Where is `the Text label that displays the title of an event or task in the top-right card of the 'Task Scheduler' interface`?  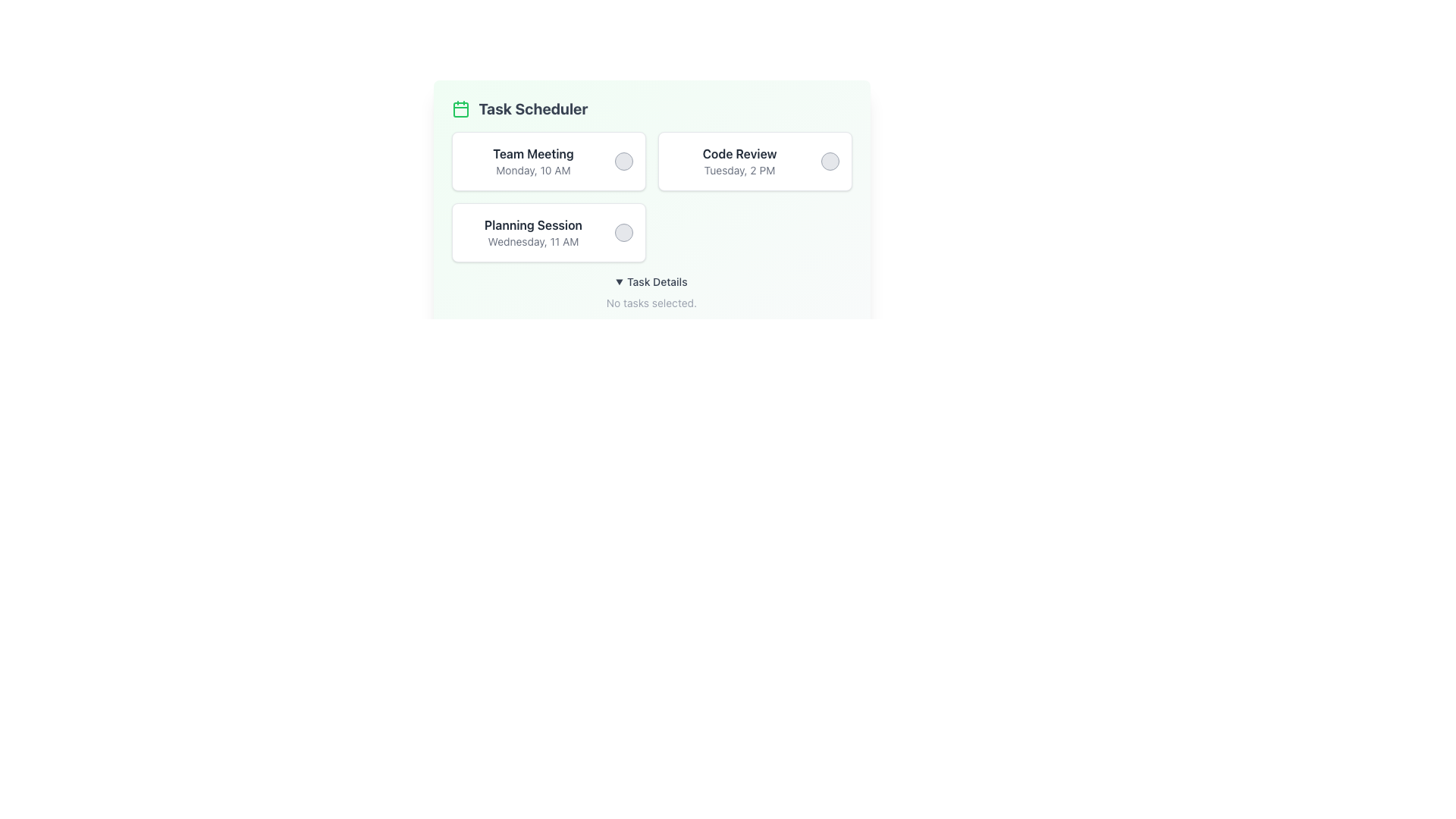
the Text label that displays the title of an event or task in the top-right card of the 'Task Scheduler' interface is located at coordinates (739, 154).